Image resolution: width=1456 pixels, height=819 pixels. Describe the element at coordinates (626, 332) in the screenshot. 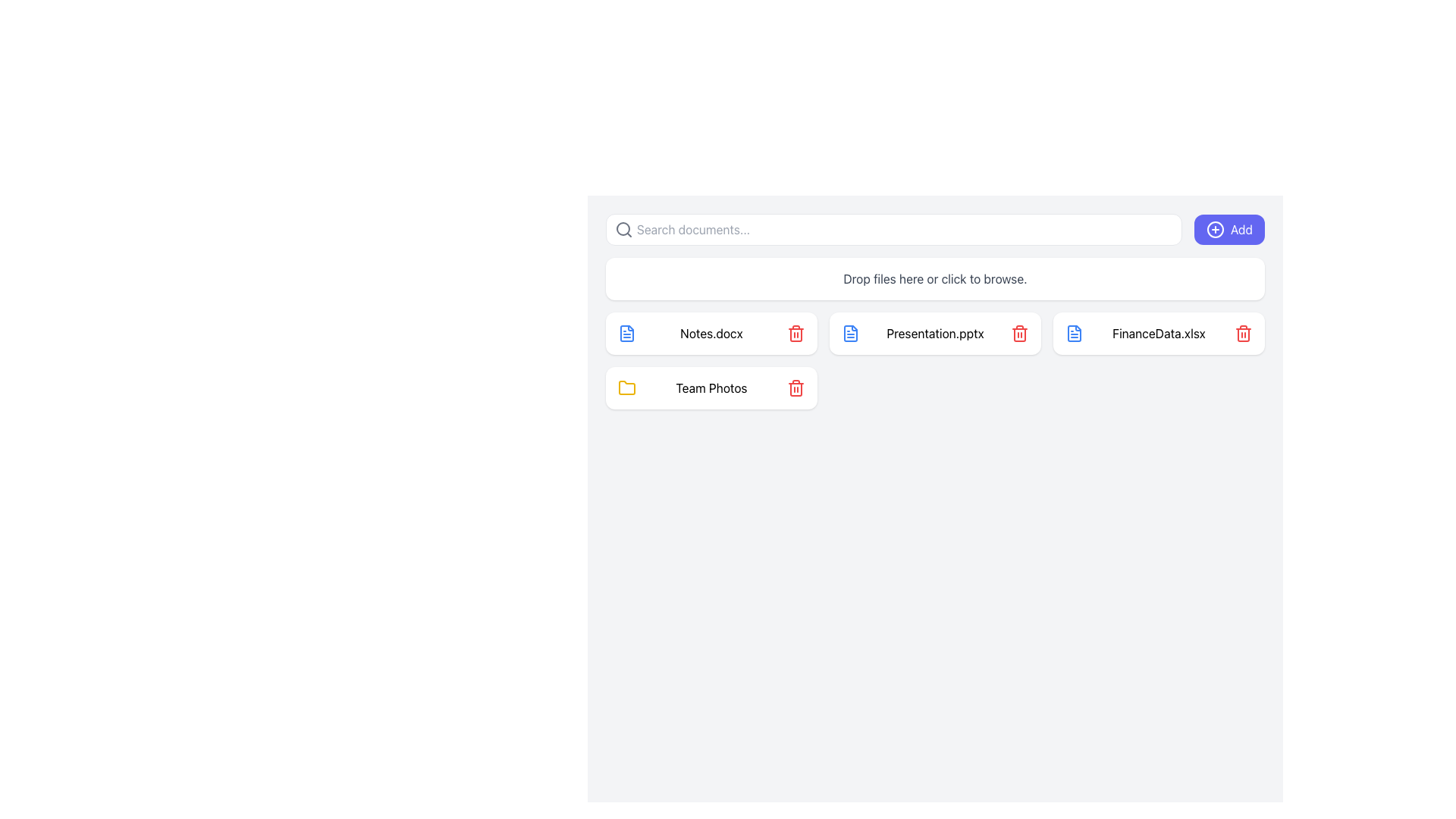

I see `the blue outlined file icon with a folded corner` at that location.